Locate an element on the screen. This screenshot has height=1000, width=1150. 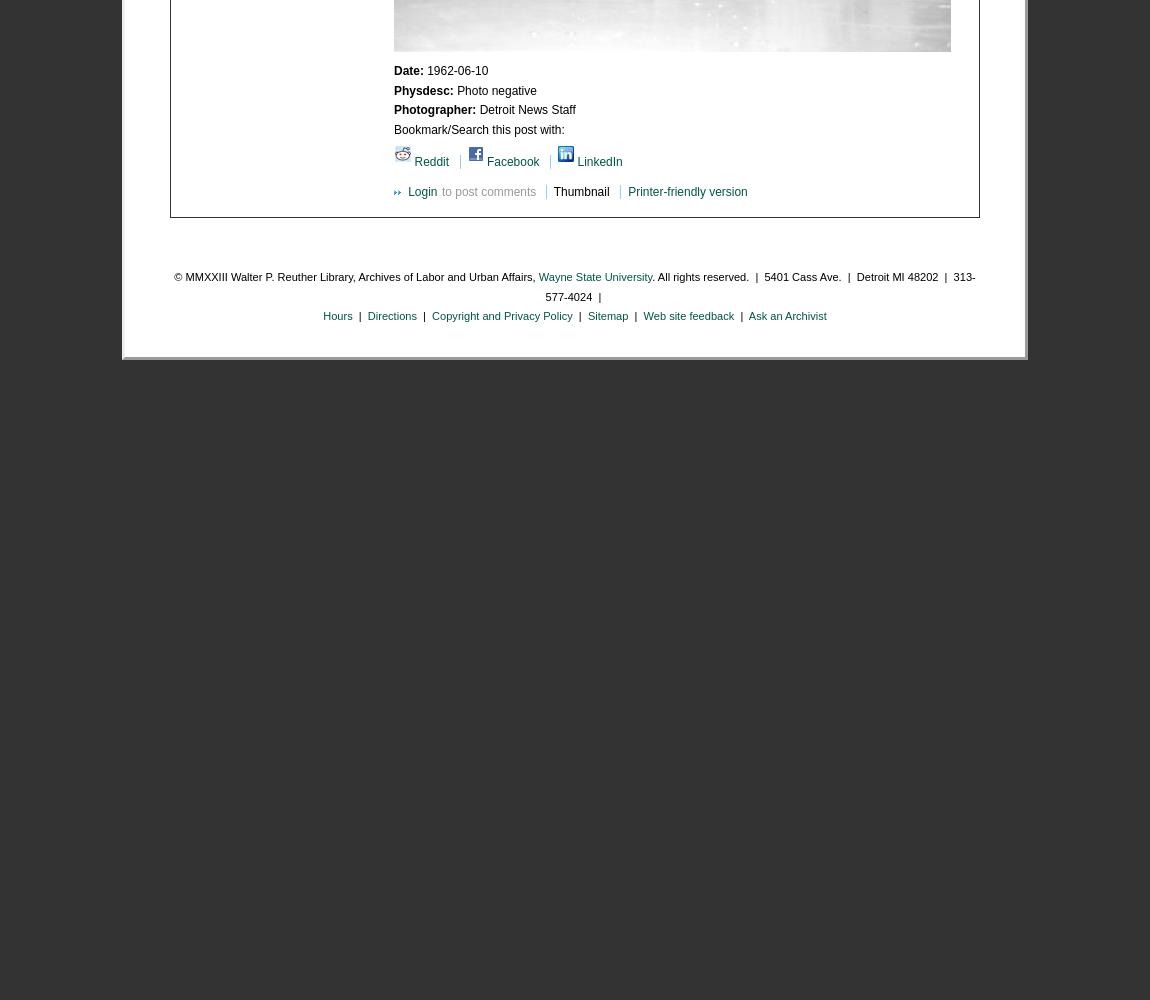
'Hours' is located at coordinates (337, 315).